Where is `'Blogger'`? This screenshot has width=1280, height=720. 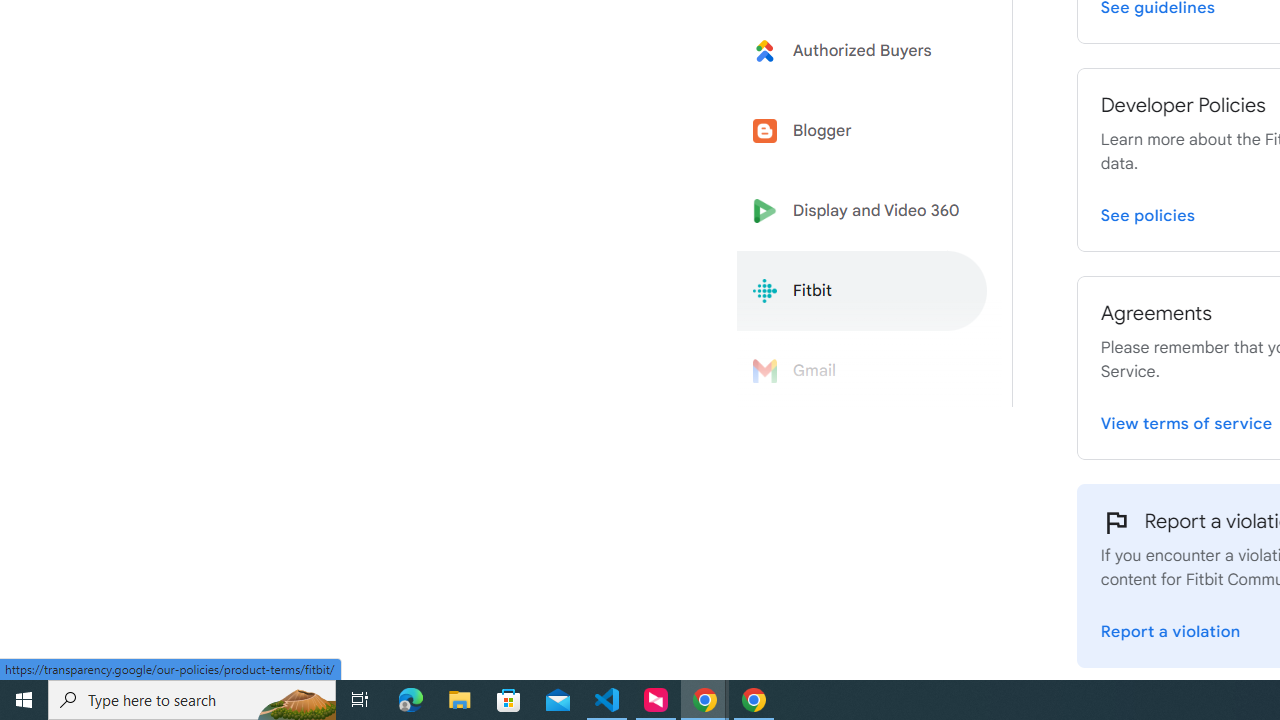
'Blogger' is located at coordinates (862, 131).